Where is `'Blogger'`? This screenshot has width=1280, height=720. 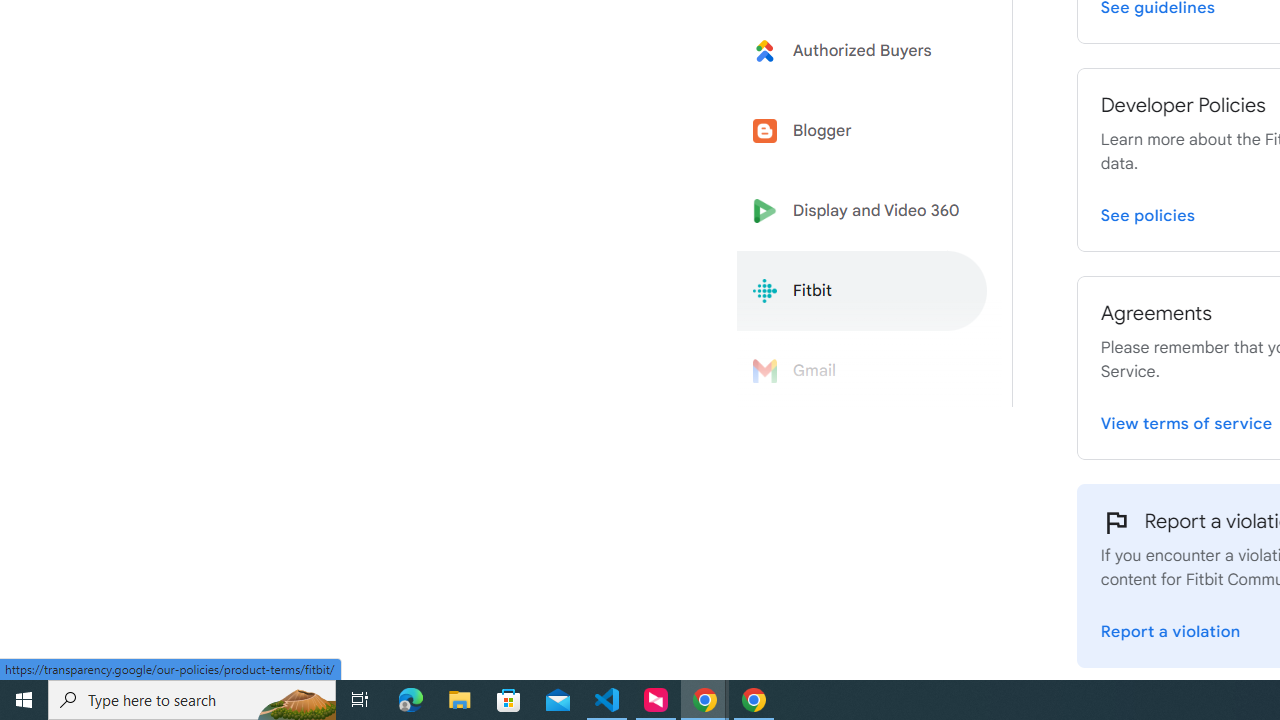
'Blogger' is located at coordinates (862, 131).